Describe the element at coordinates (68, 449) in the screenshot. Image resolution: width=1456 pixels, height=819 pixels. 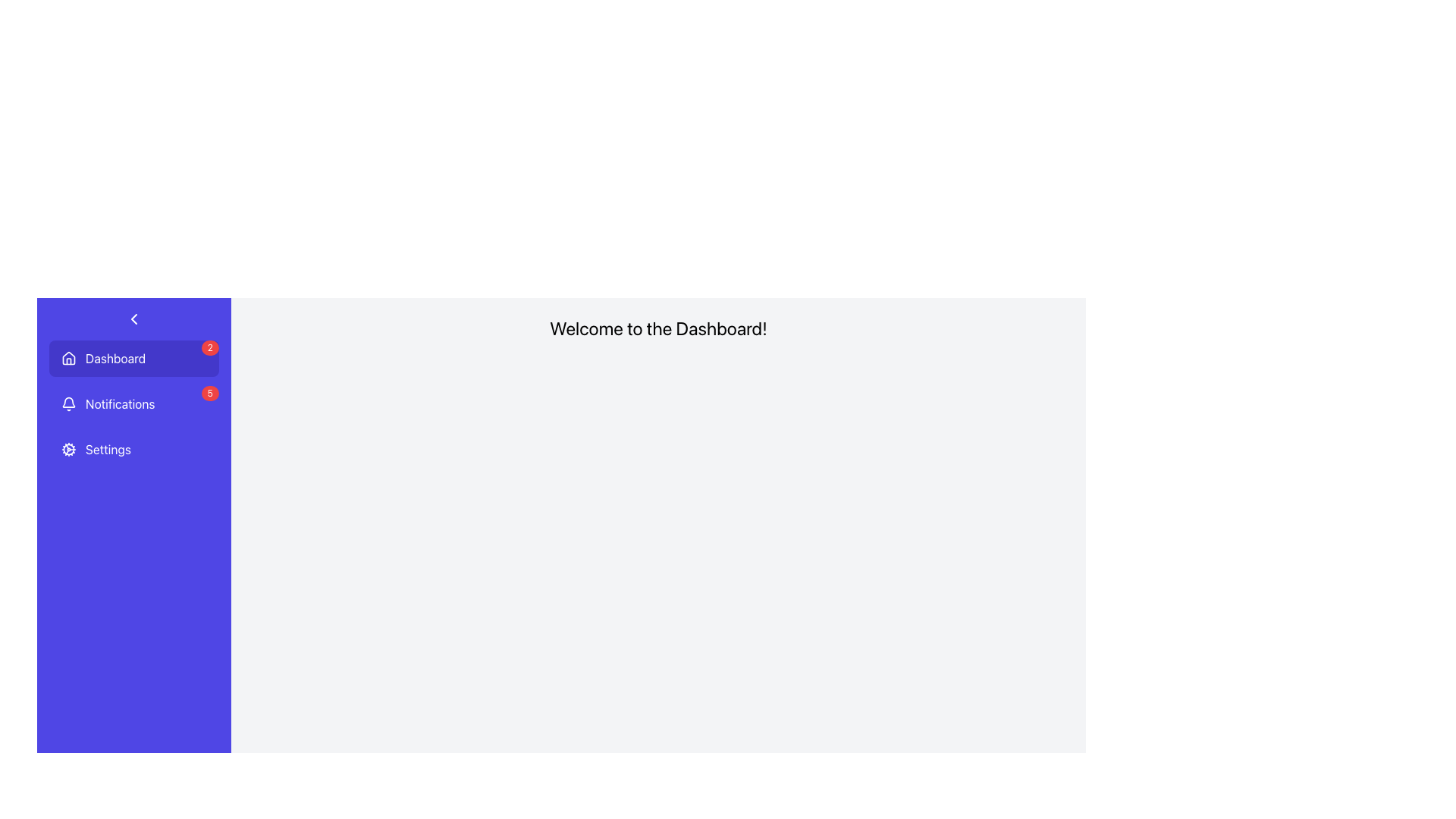
I see `the cogwheel icon located in the left-side navigation panel under the 'Settings' option` at that location.